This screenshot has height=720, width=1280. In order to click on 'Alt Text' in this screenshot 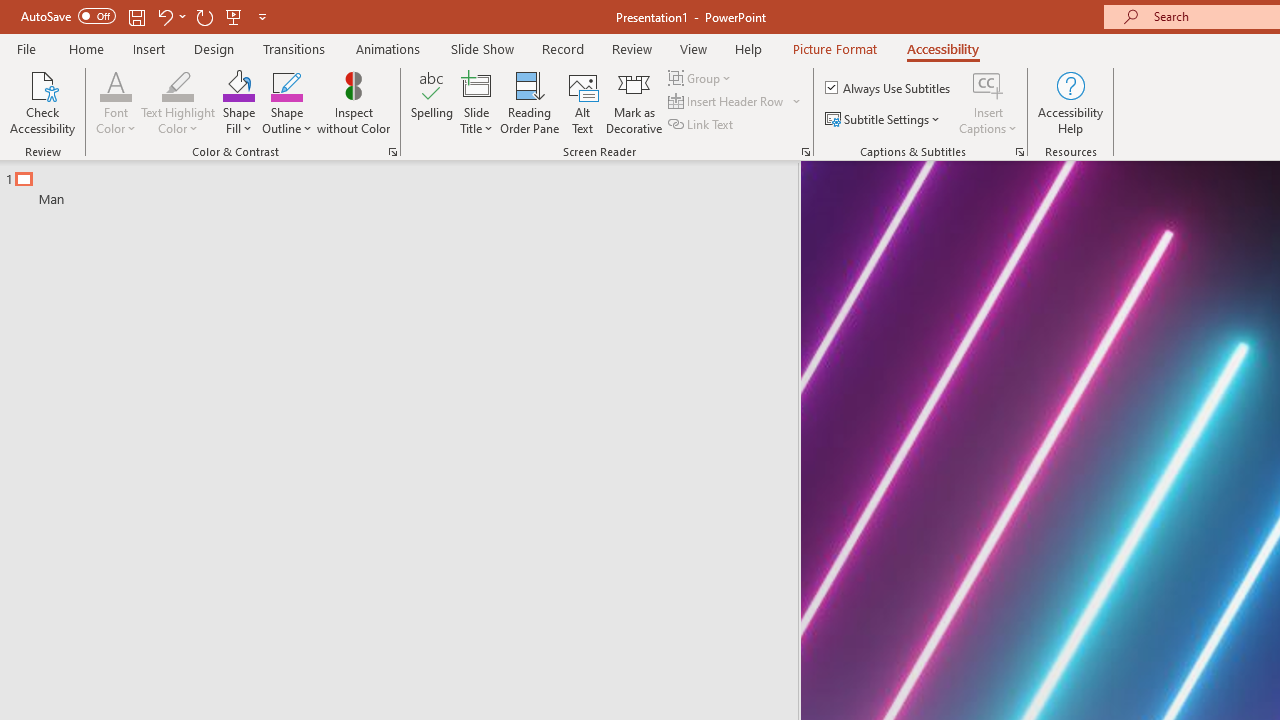, I will do `click(582, 103)`.